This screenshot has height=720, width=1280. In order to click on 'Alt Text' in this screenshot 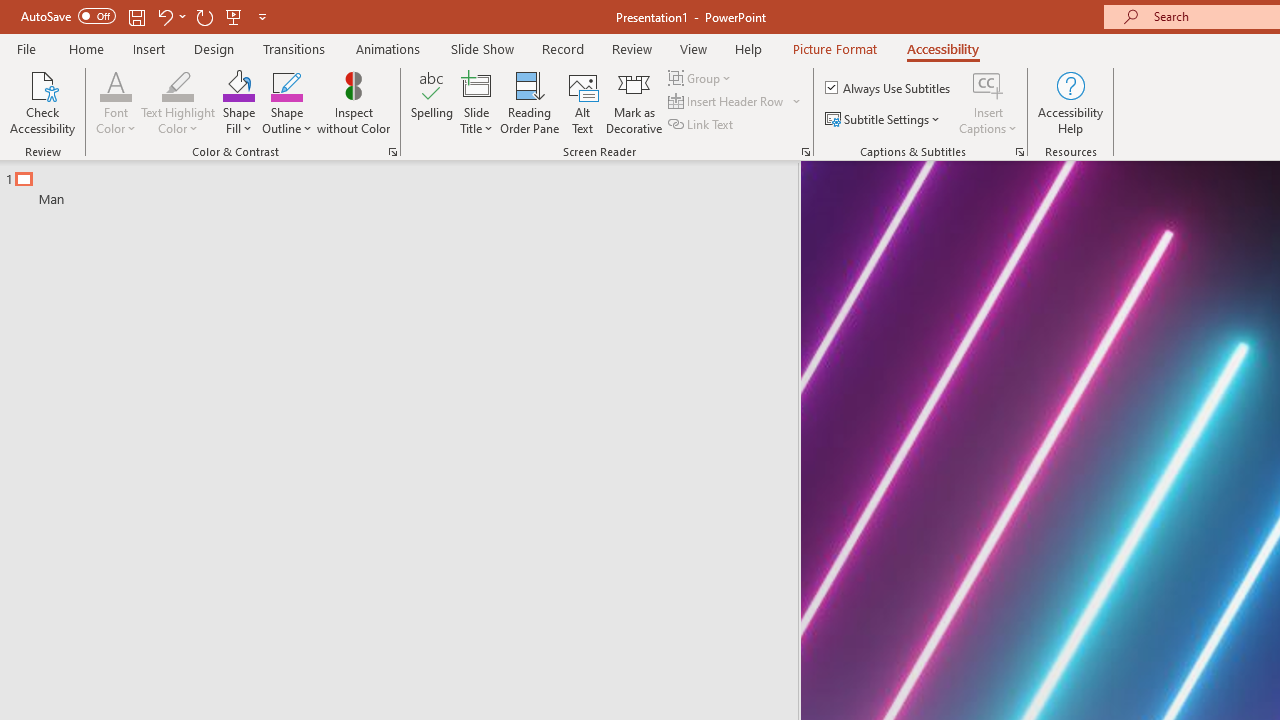, I will do `click(582, 103)`.